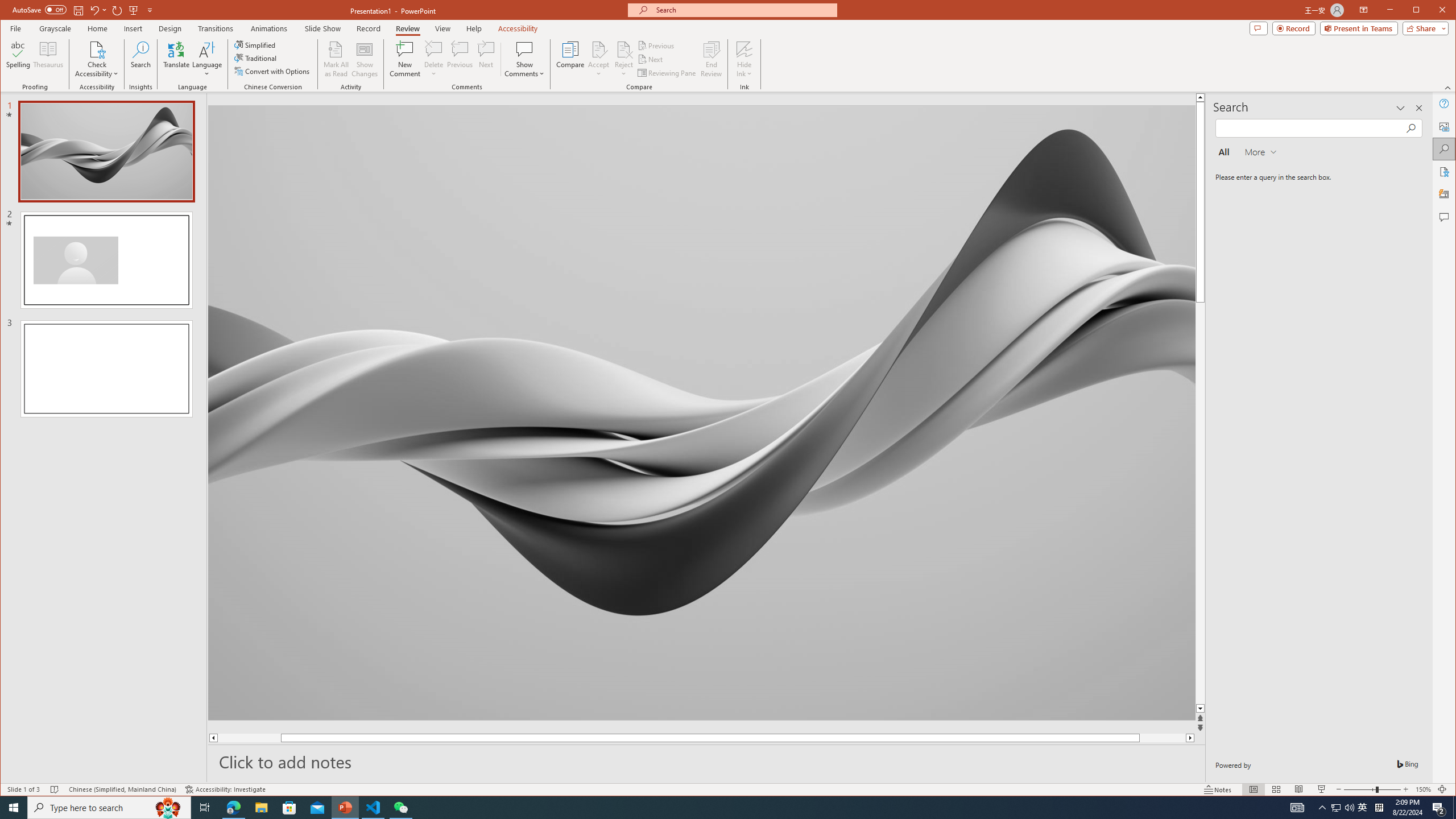 Image resolution: width=1456 pixels, height=819 pixels. I want to click on 'Compare', so click(570, 59).